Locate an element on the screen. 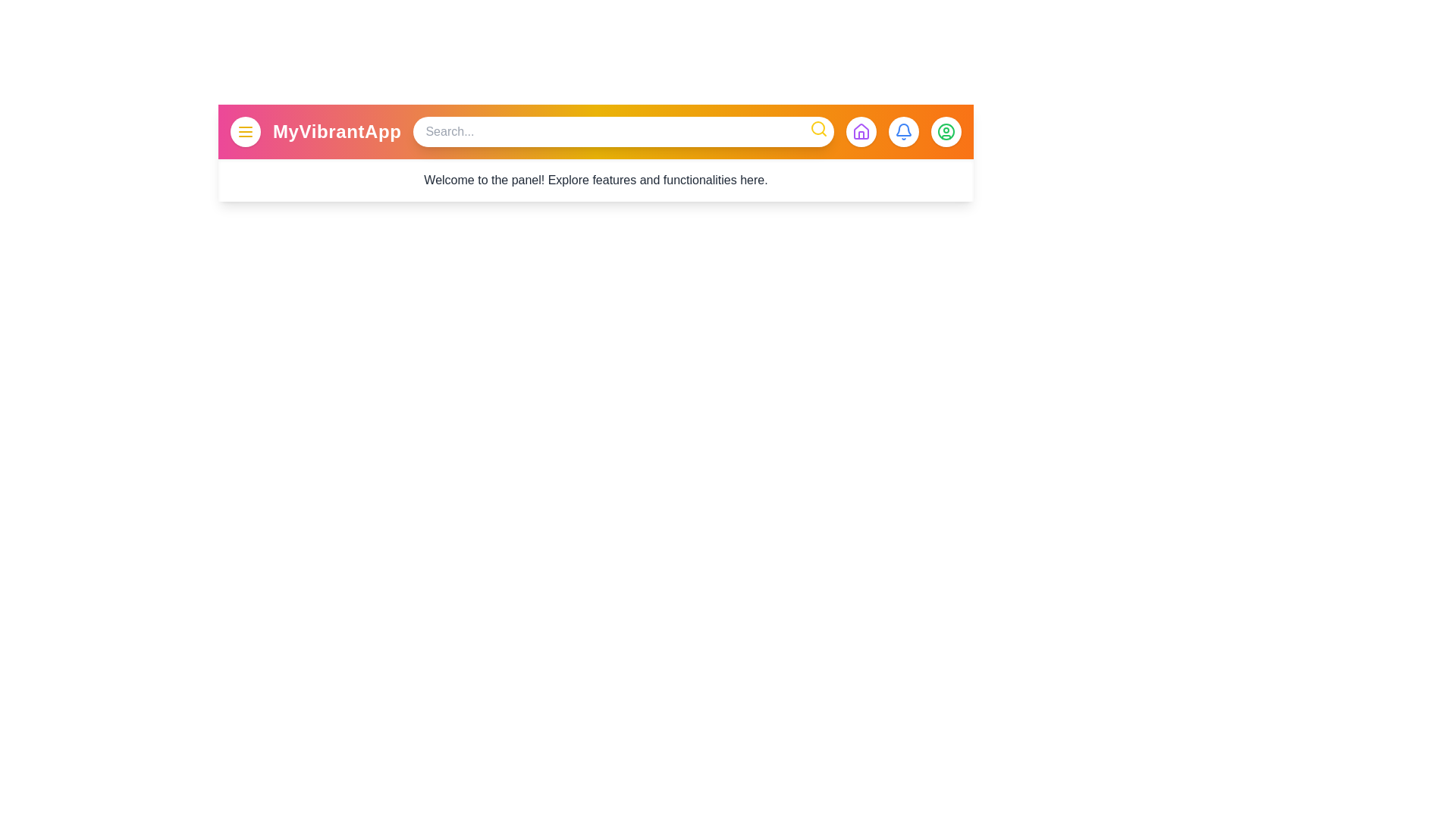 The height and width of the screenshot is (819, 1456). the home button to access the home page is located at coordinates (861, 130).